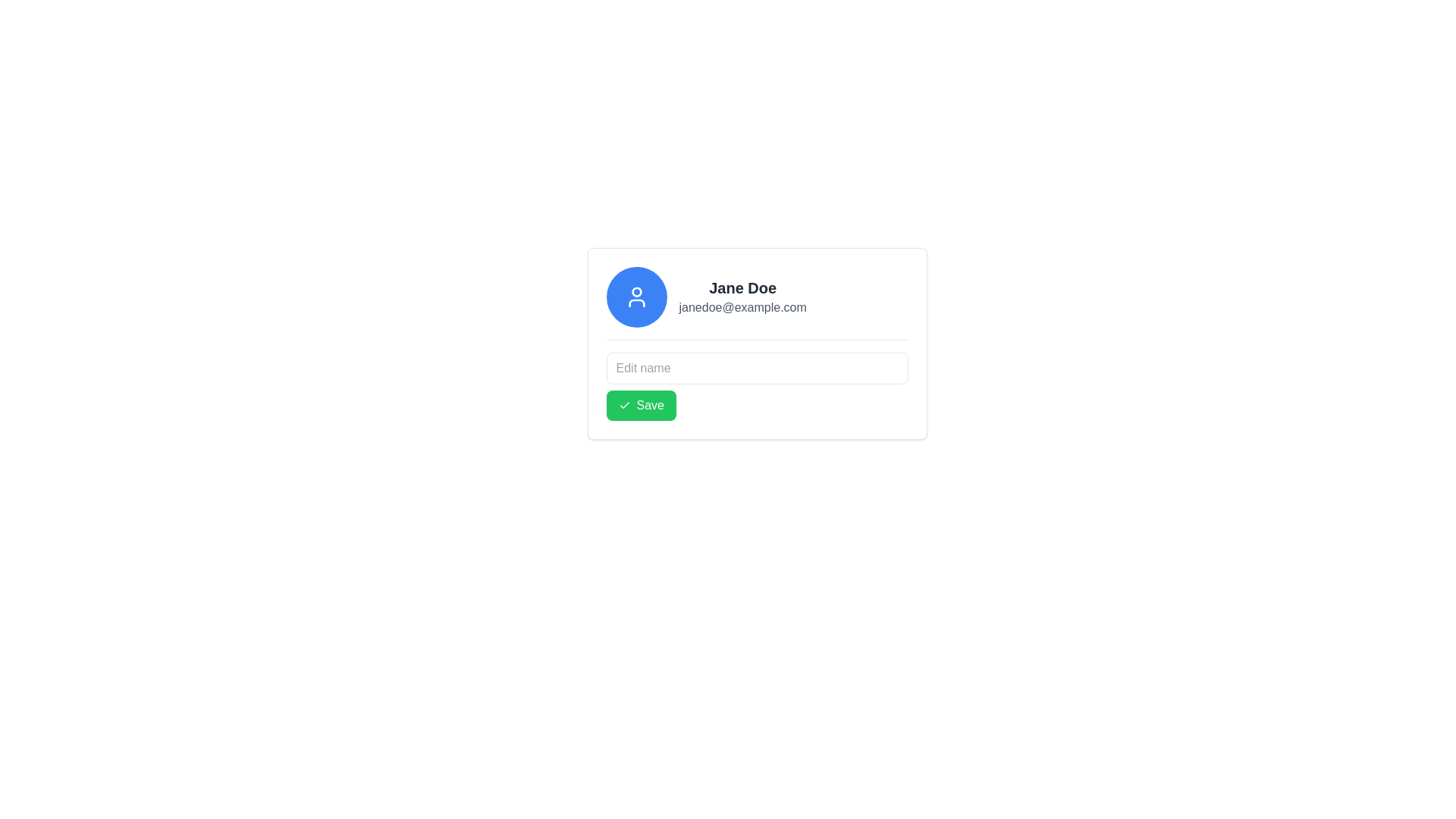 The image size is (1456, 819). What do you see at coordinates (742, 297) in the screenshot?
I see `detailed information displayed in the text block containing the name 'Jane Doe' and the email address 'janedoe@example.com', which is styled with varying font sizes and positioned next to the circular blue avatar icon` at bounding box center [742, 297].